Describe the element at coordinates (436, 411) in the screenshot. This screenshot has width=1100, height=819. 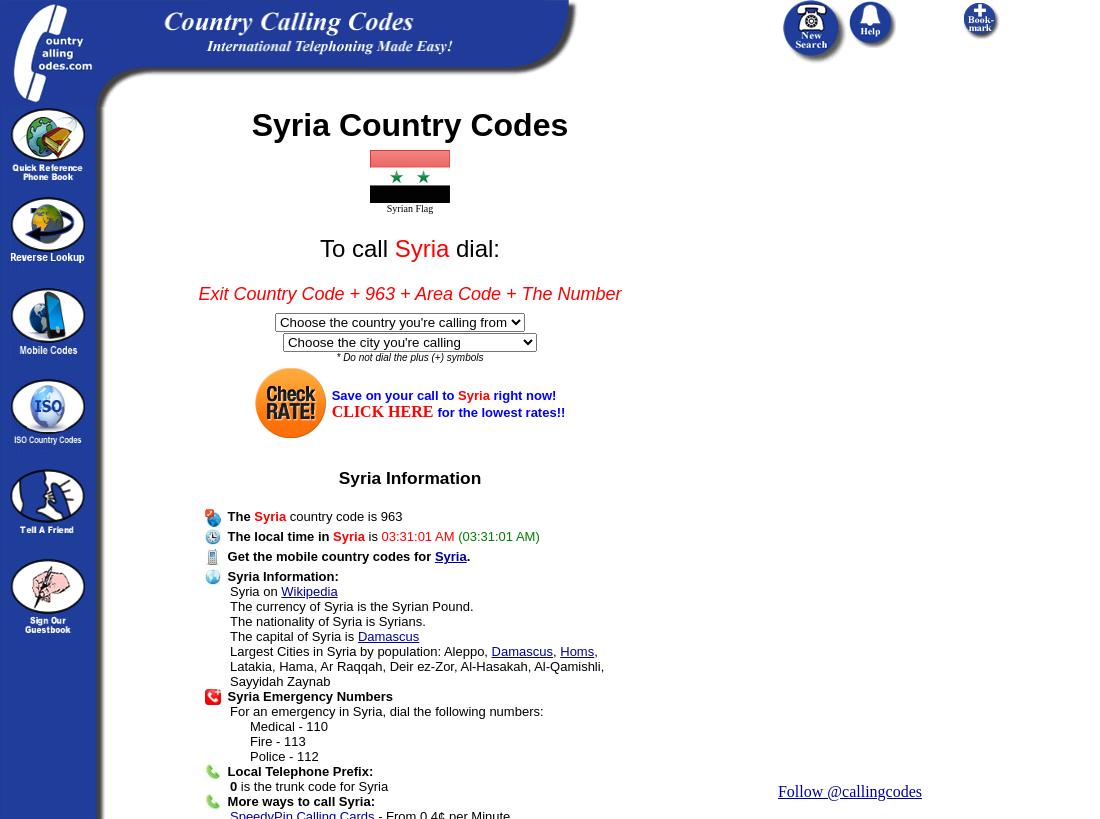
I see `'for the lowest rates!!'` at that location.